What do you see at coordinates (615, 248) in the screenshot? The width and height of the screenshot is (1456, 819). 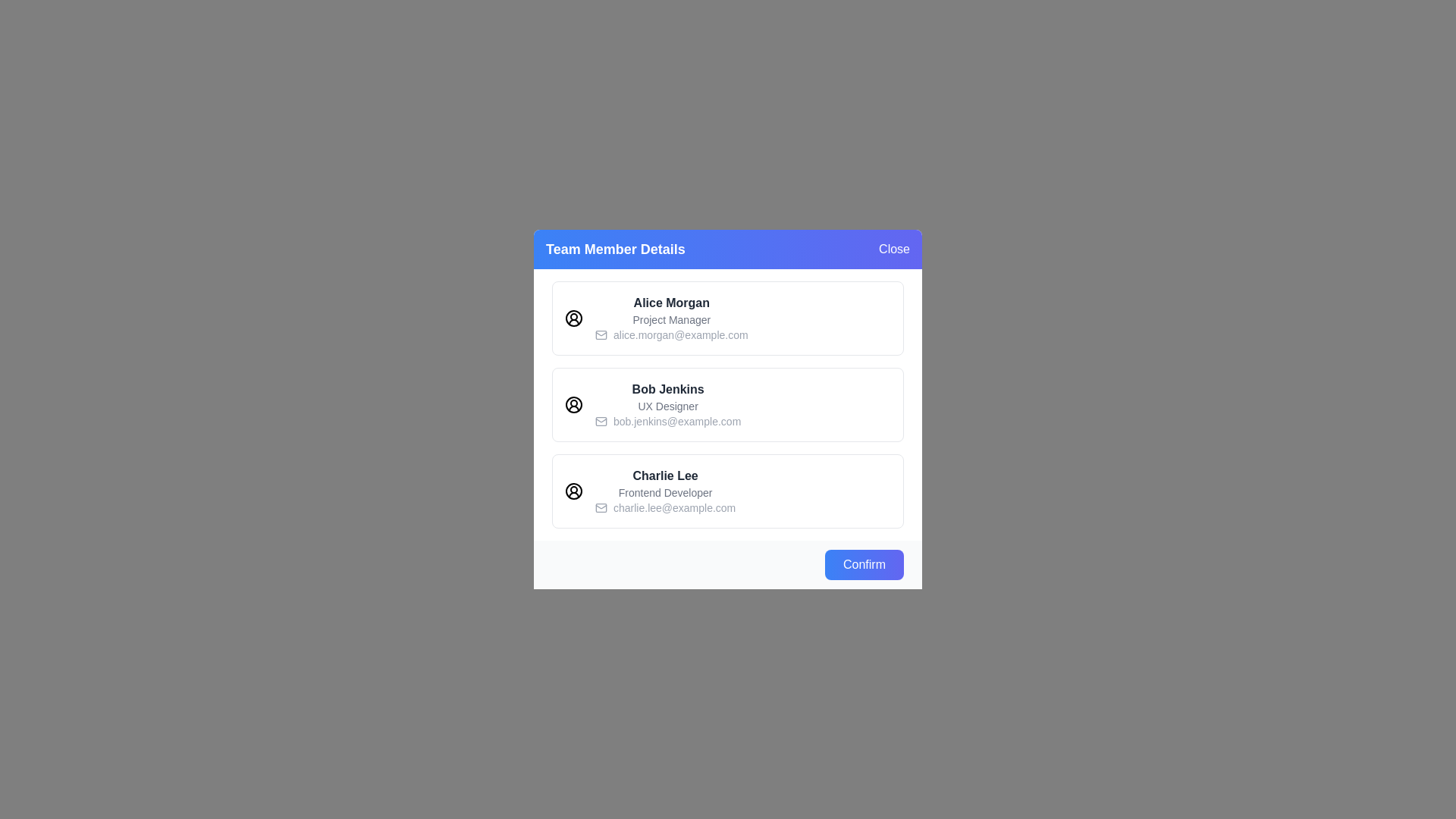 I see `the text label indicating details about team members, located in the top-left portion of the modal header, next to the 'Close' button` at bounding box center [615, 248].